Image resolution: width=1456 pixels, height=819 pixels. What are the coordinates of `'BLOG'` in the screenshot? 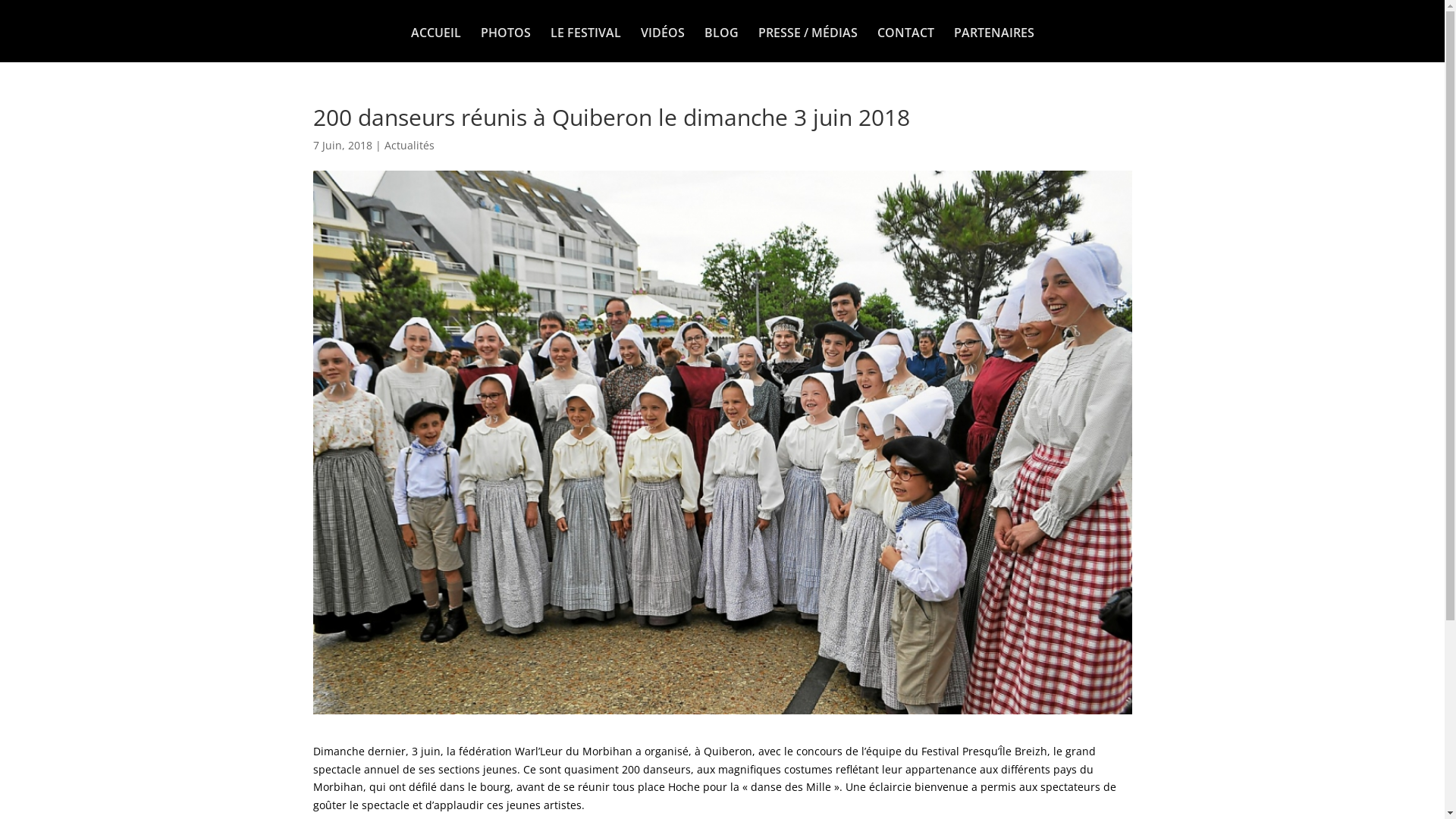 It's located at (720, 43).